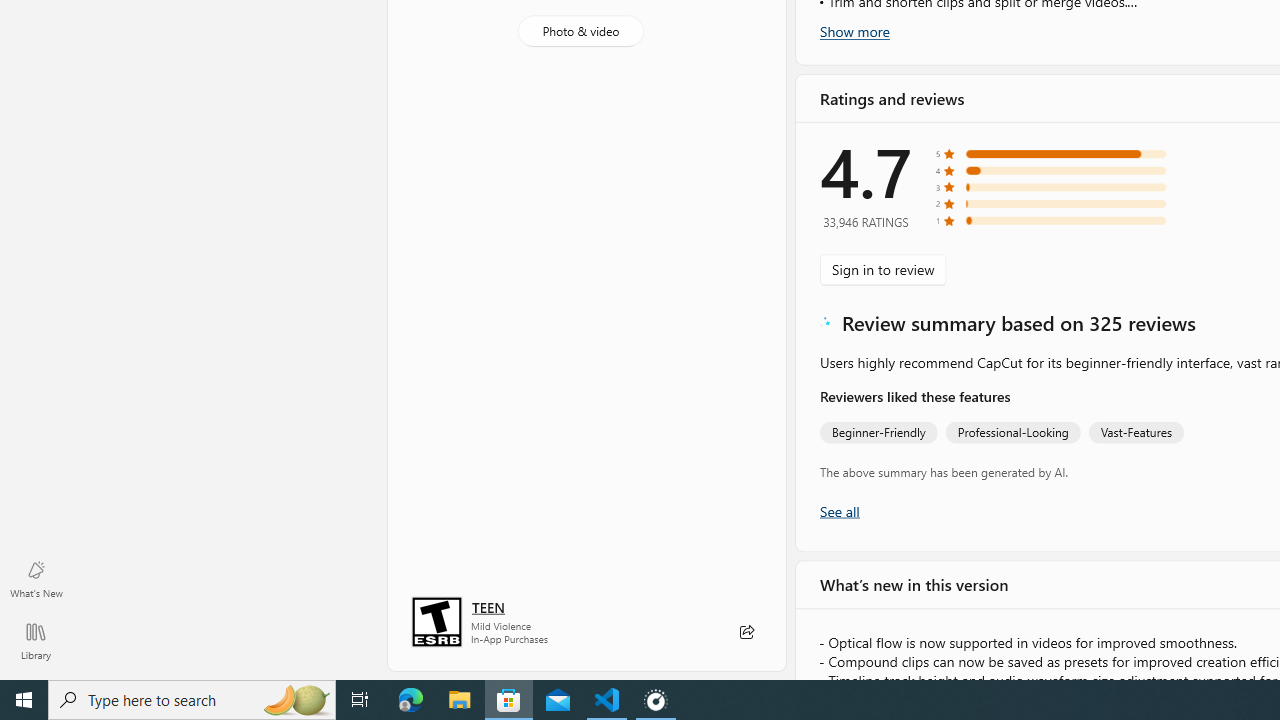 The image size is (1280, 720). Describe the element at coordinates (882, 268) in the screenshot. I see `'Sign in to review'` at that location.